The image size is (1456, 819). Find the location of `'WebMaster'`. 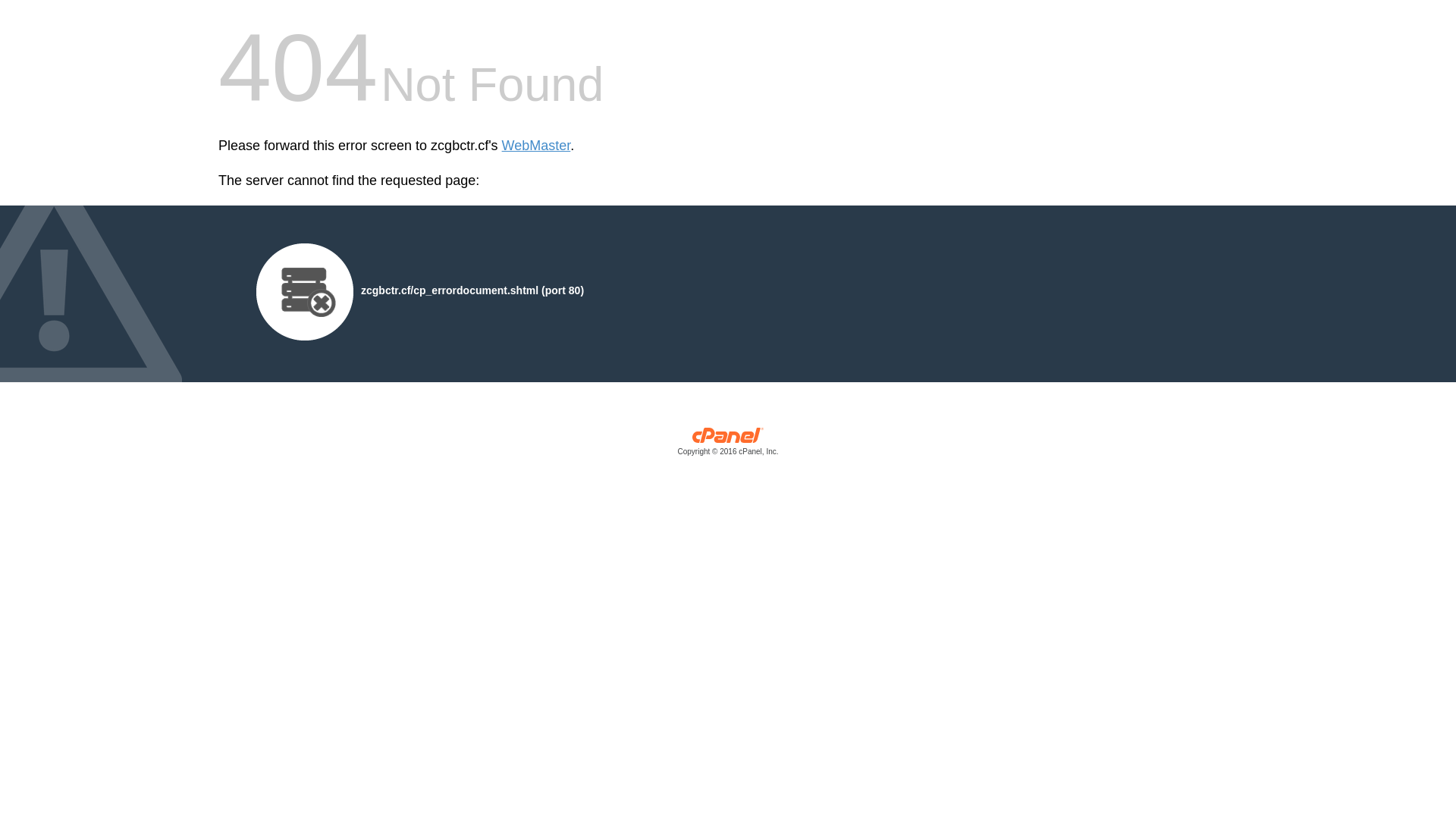

'WebMaster' is located at coordinates (536, 146).